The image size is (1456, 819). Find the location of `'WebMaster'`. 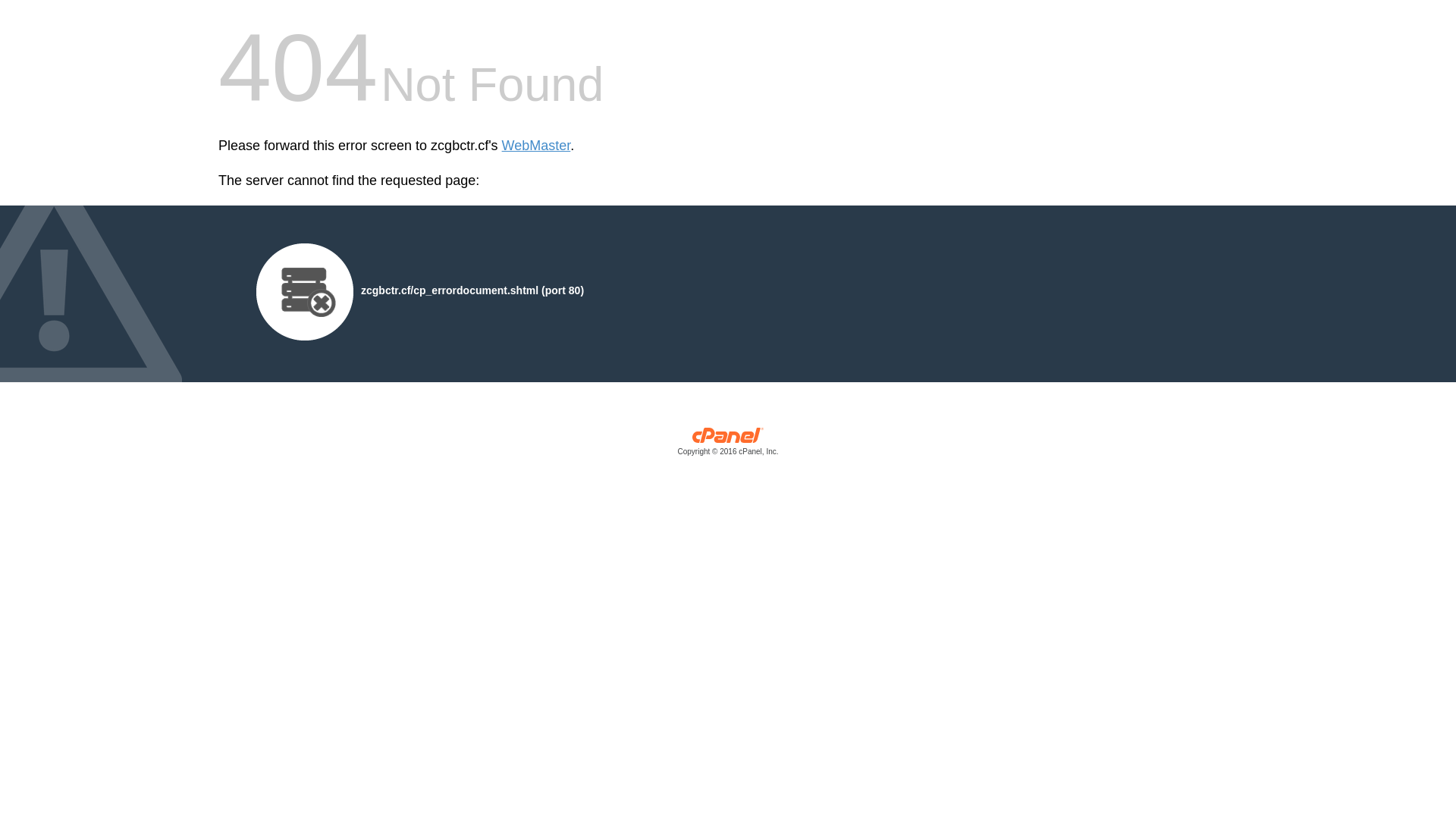

'WebMaster' is located at coordinates (536, 146).